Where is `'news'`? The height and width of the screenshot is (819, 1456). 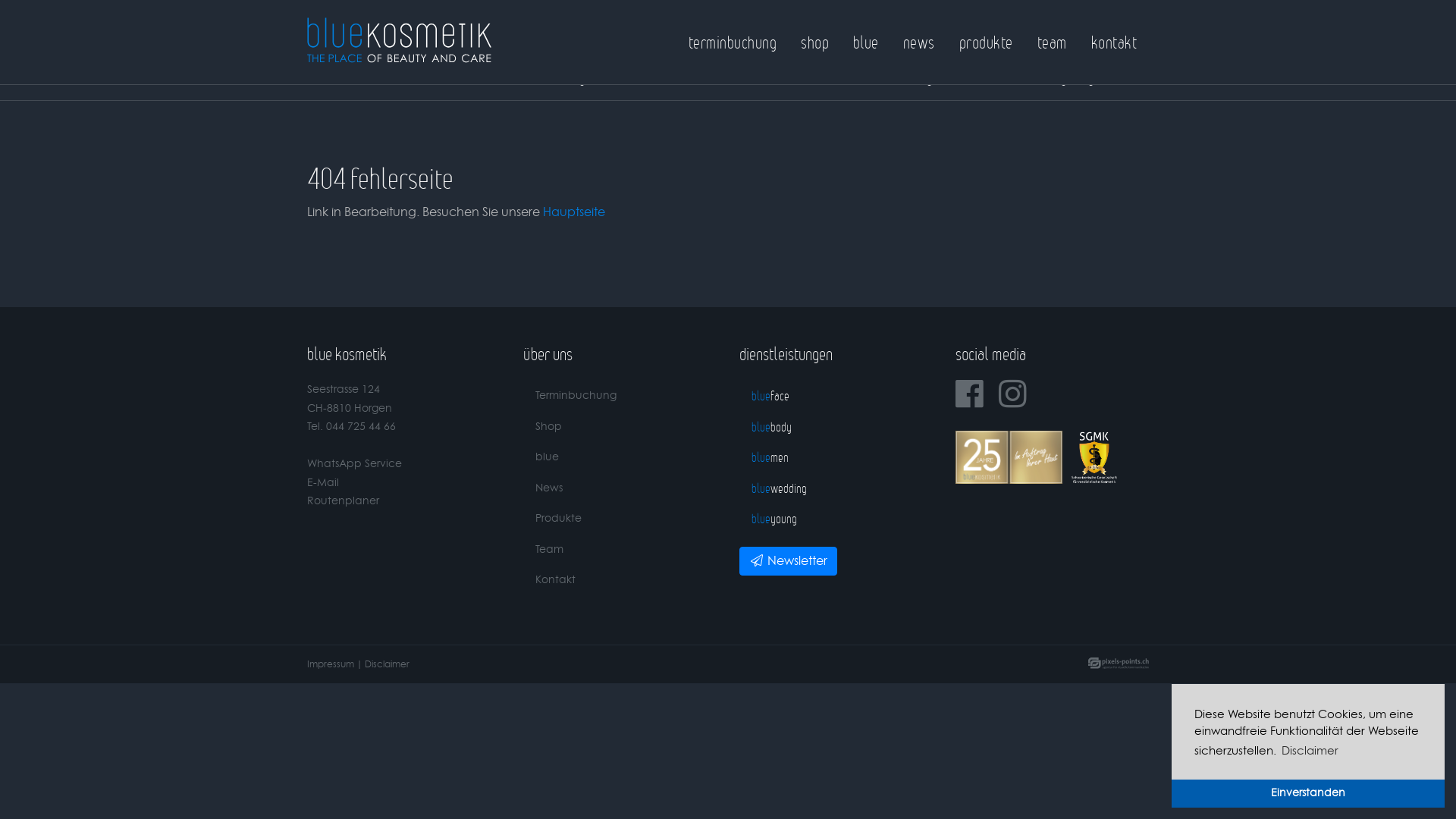
'news' is located at coordinates (918, 42).